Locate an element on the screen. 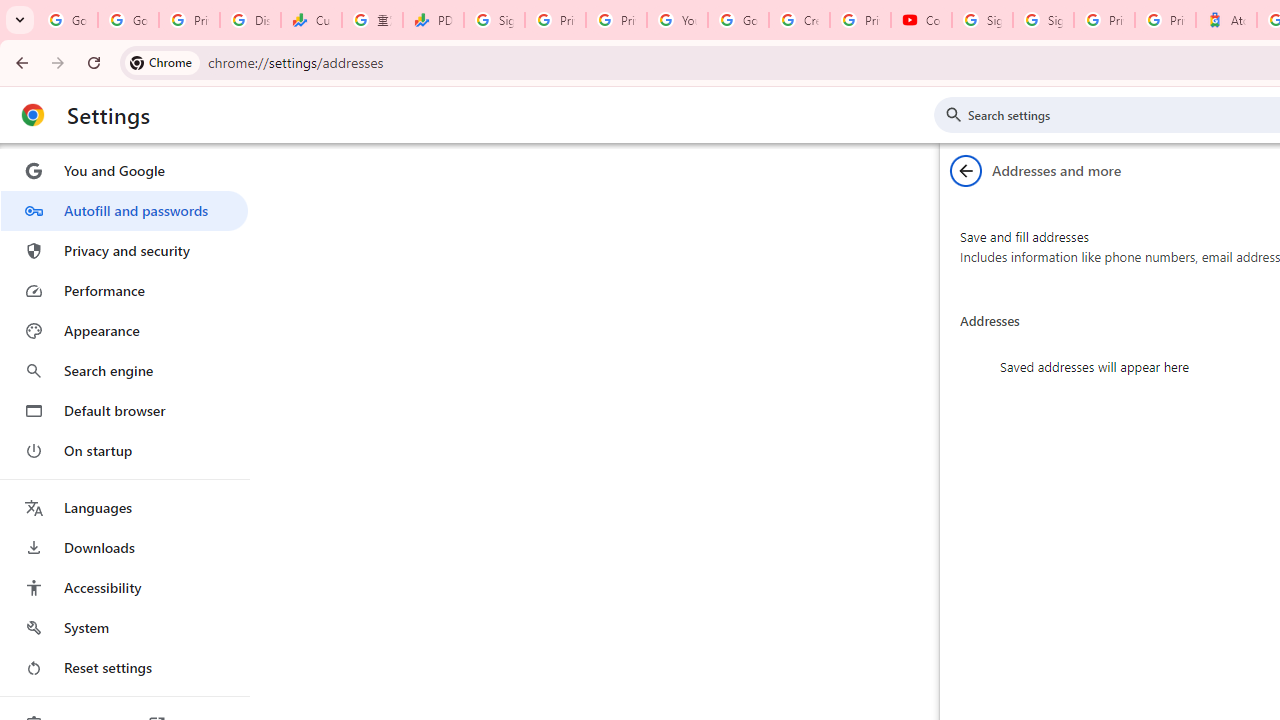  'Search engine' is located at coordinates (123, 371).